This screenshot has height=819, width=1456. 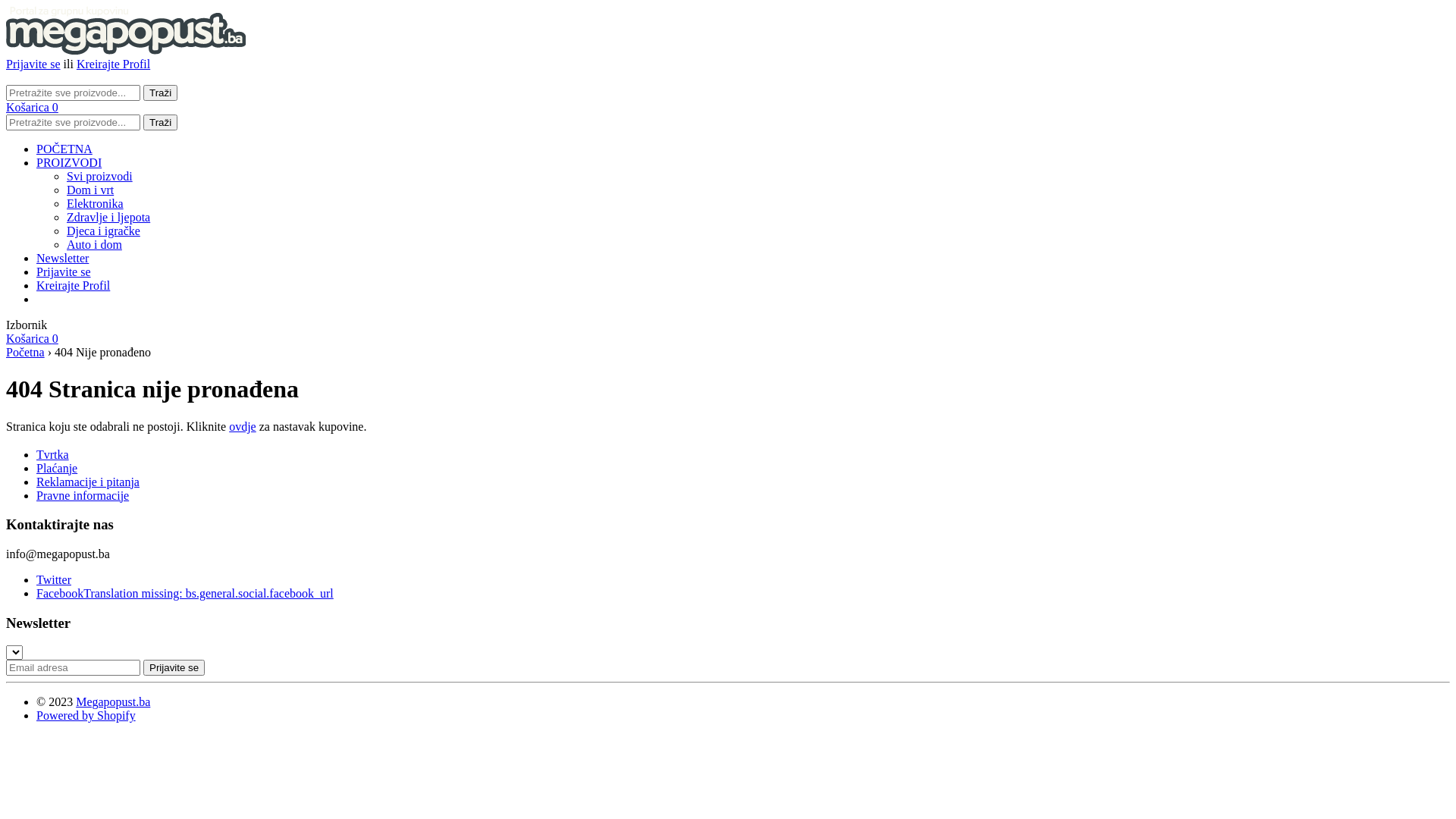 What do you see at coordinates (65, 189) in the screenshot?
I see `'Dom i vrt'` at bounding box center [65, 189].